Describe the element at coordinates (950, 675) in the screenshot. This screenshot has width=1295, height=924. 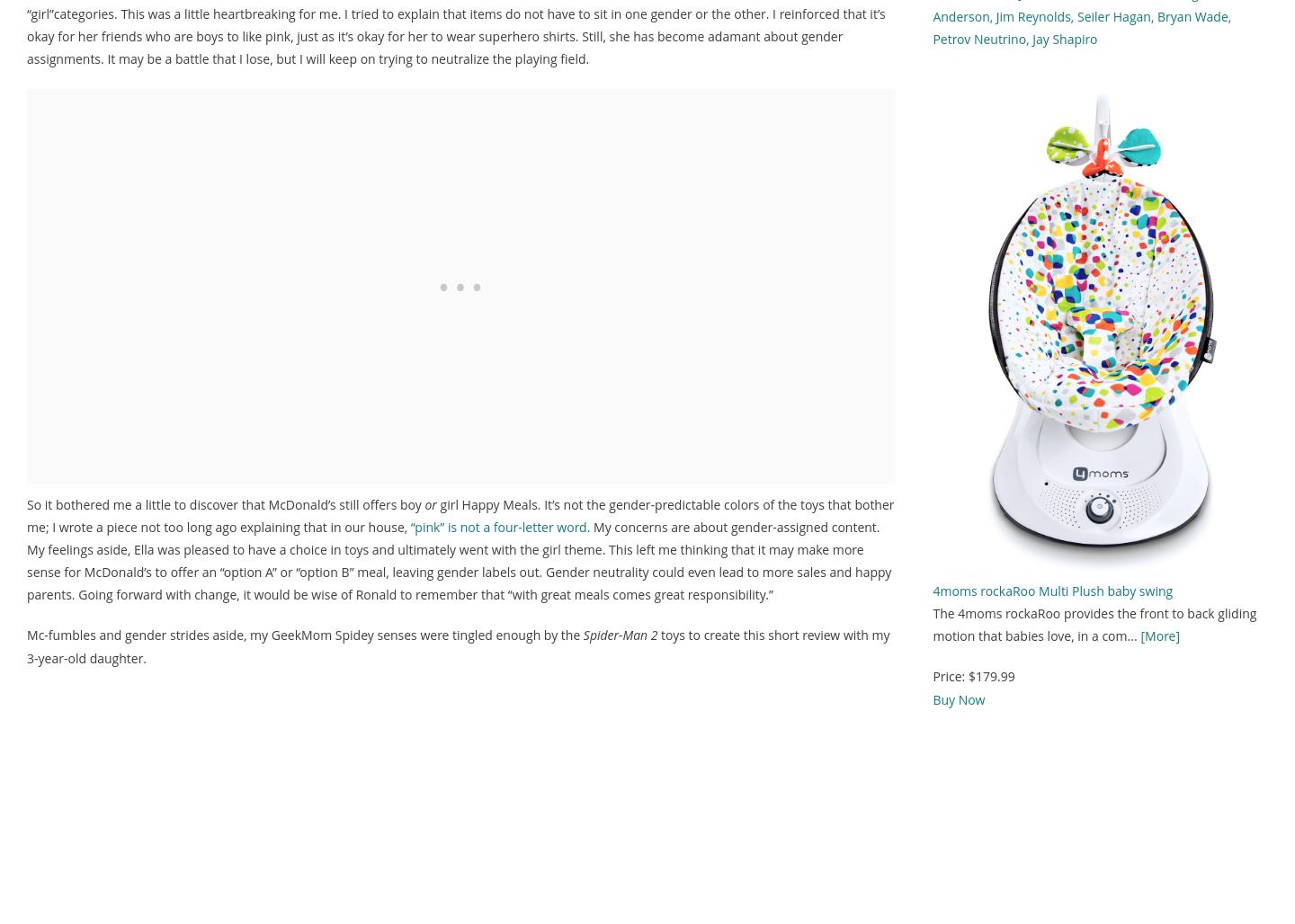
I see `'Price:'` at that location.